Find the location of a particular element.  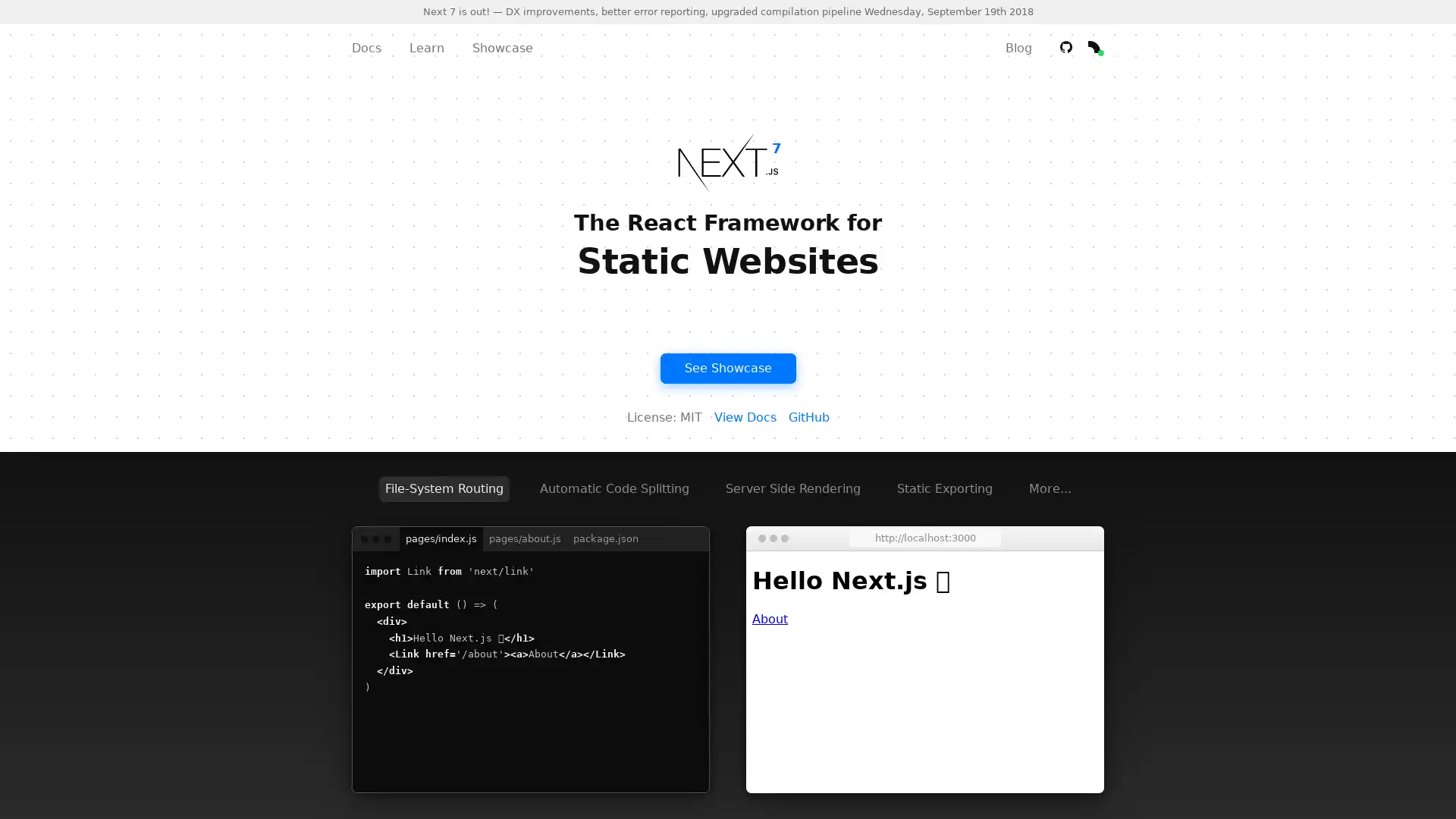

GitHub is located at coordinates (807, 417).